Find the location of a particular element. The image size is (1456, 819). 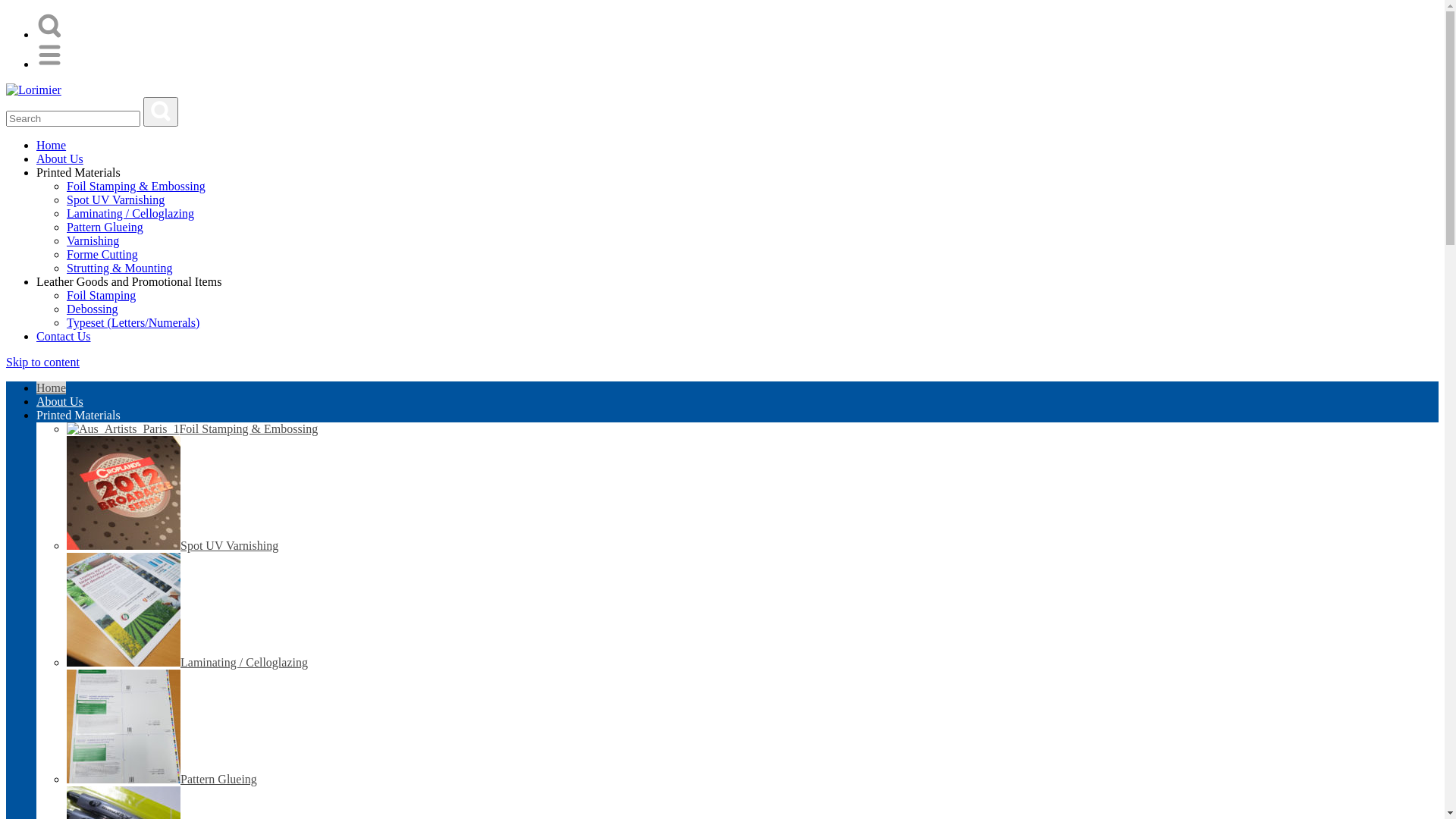

'Strutting & Mounting' is located at coordinates (119, 267).